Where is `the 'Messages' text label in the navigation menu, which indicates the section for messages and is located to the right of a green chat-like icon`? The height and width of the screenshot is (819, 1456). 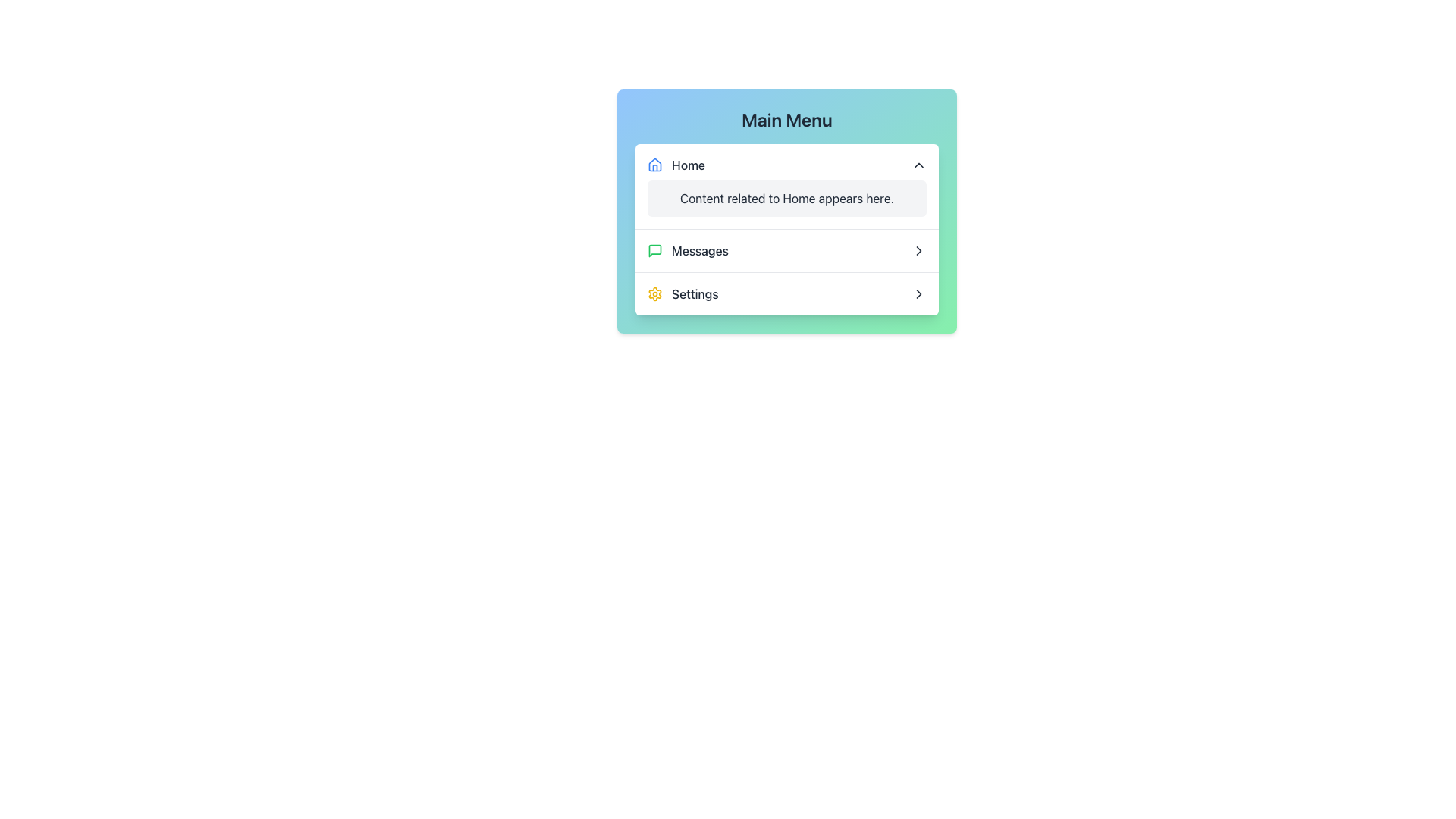 the 'Messages' text label in the navigation menu, which indicates the section for messages and is located to the right of a green chat-like icon is located at coordinates (699, 250).